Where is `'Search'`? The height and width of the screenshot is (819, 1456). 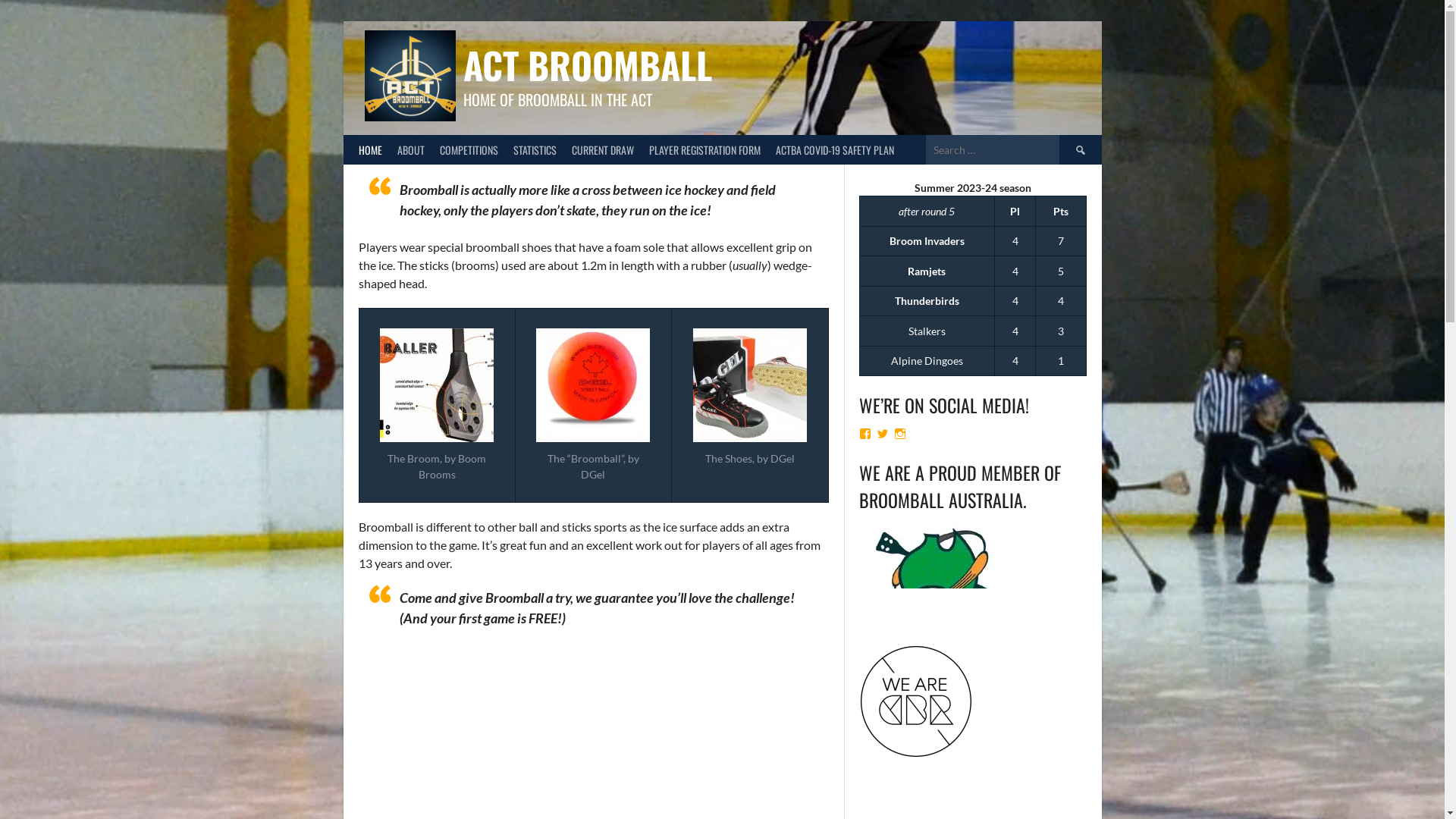 'Search' is located at coordinates (1079, 149).